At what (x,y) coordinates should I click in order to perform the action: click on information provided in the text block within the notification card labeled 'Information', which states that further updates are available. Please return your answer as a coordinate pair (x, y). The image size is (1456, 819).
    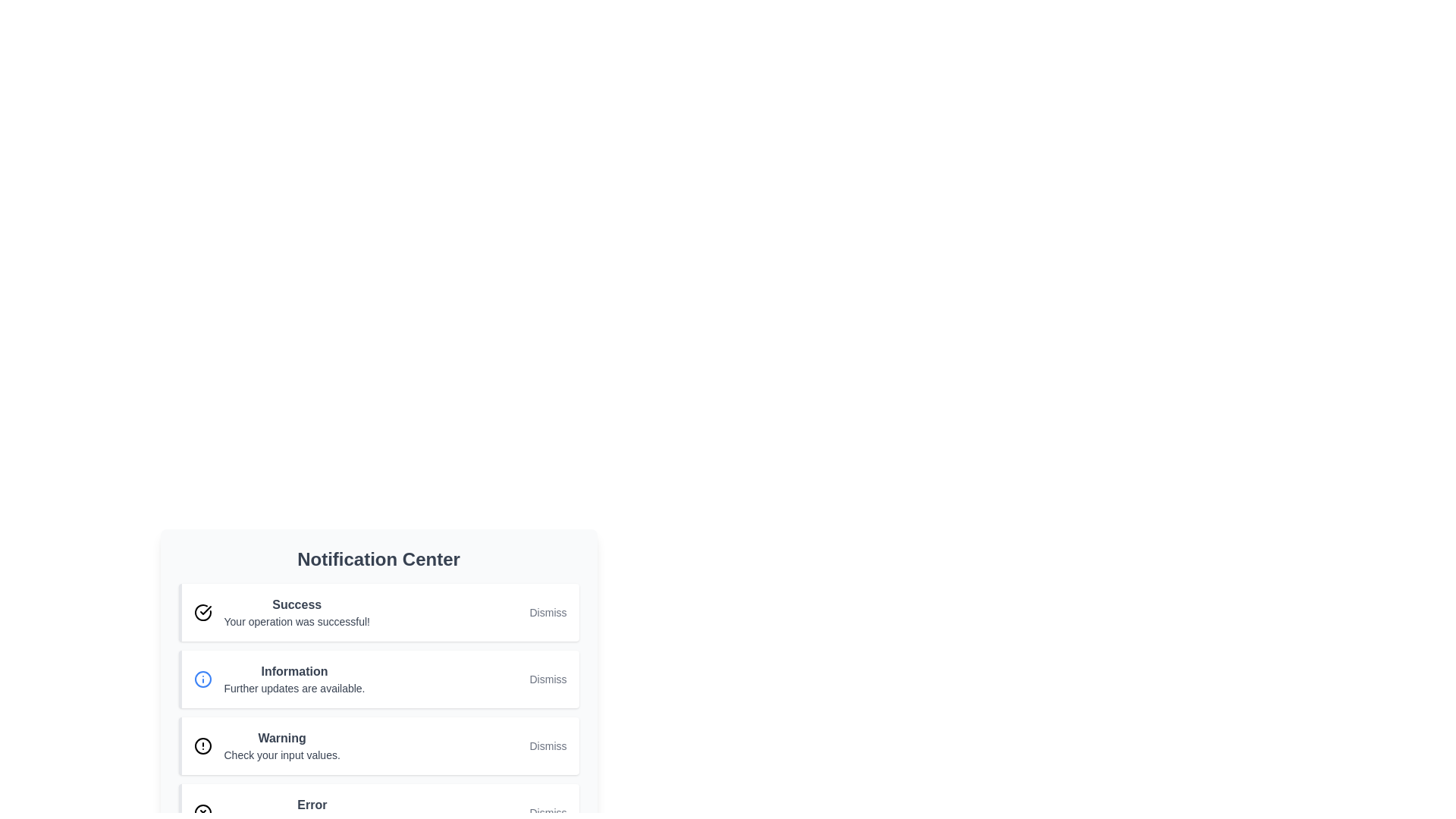
    Looking at the image, I should click on (294, 678).